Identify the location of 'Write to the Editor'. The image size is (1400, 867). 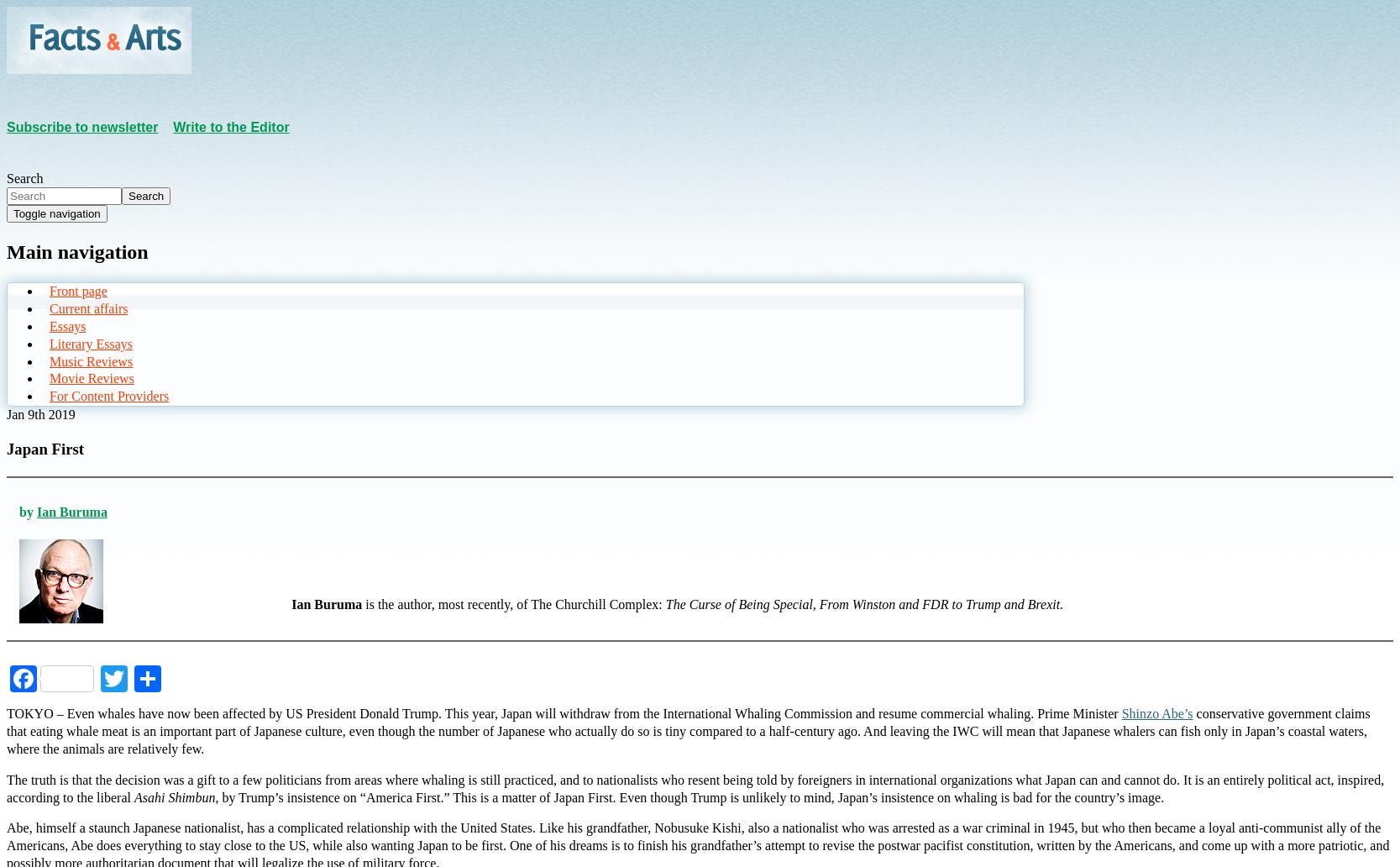
(231, 125).